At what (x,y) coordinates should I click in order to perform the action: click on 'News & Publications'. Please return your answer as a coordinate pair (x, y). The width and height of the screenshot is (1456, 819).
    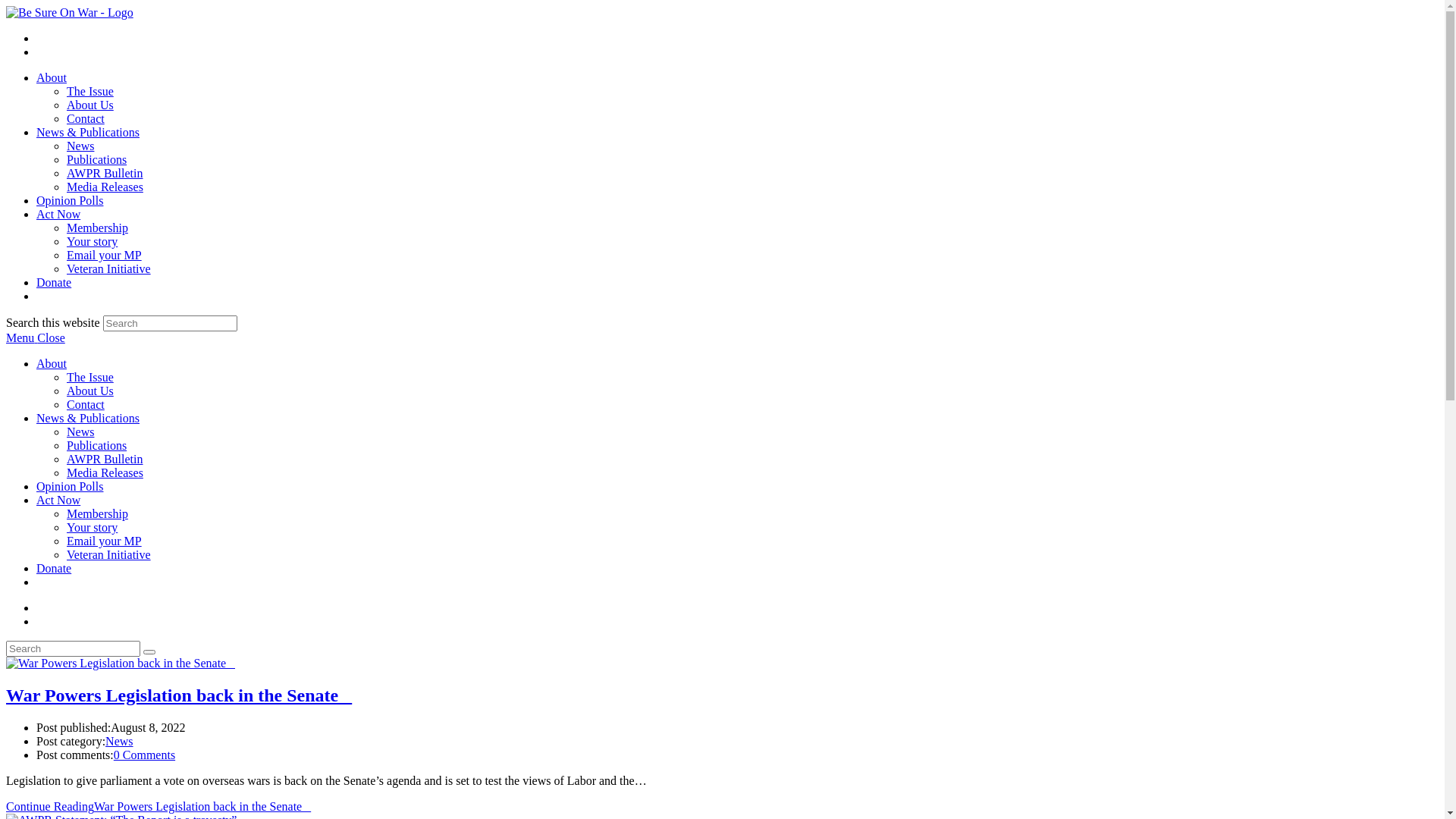
    Looking at the image, I should click on (86, 418).